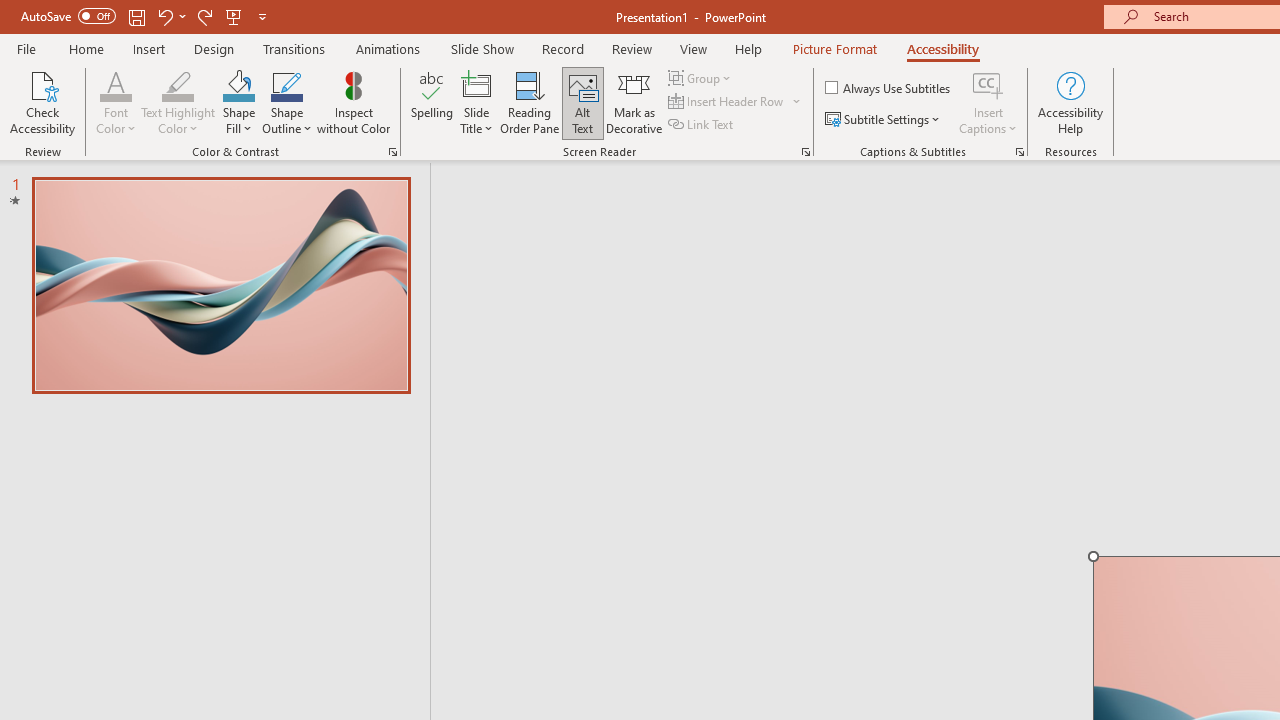 The image size is (1280, 720). Describe the element at coordinates (1020, 150) in the screenshot. I see `'Captions & Subtitles'` at that location.